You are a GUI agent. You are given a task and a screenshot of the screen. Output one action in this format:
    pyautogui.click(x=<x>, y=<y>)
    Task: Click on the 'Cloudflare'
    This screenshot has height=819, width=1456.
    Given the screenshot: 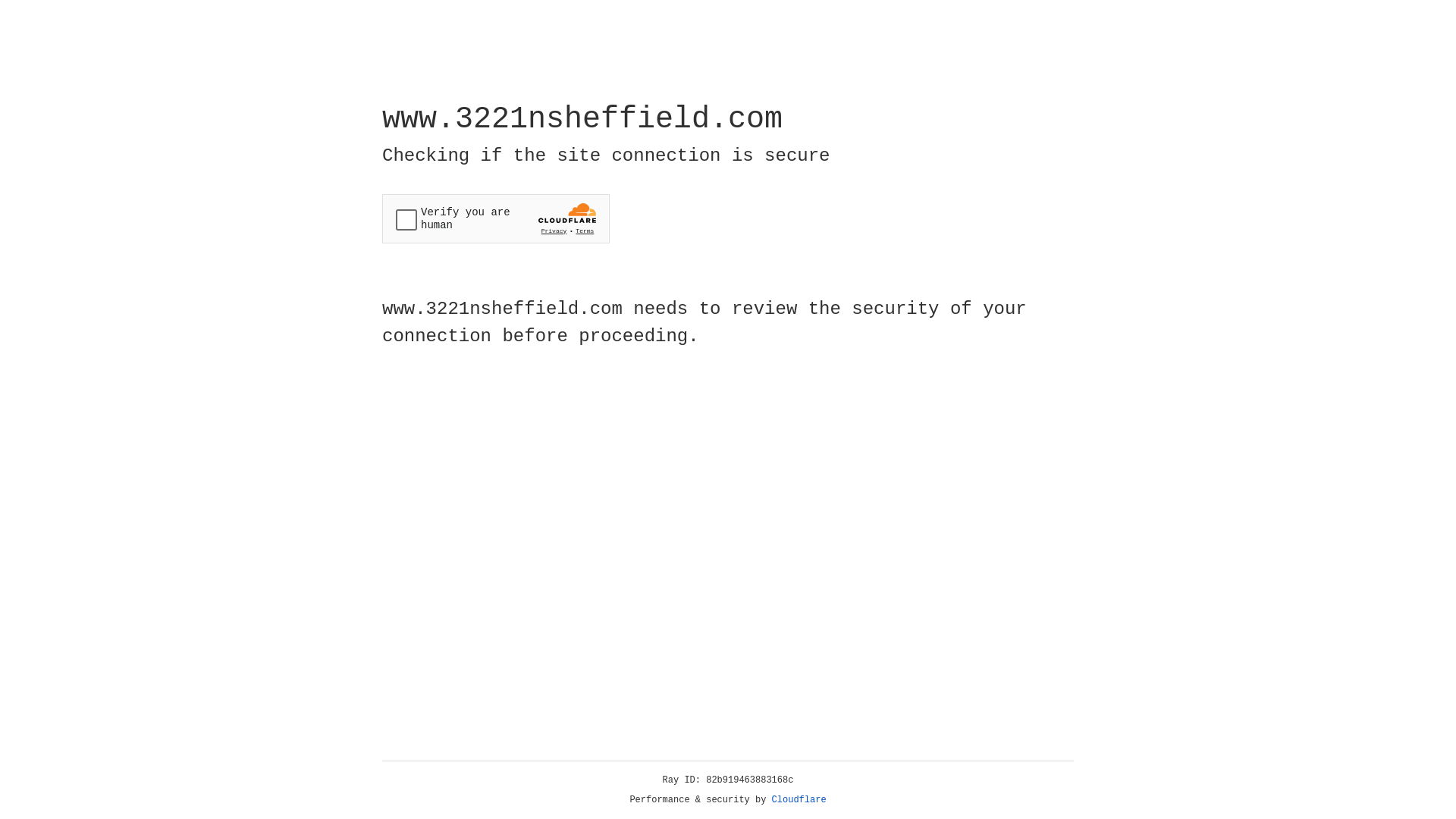 What is the action you would take?
    pyautogui.click(x=799, y=799)
    